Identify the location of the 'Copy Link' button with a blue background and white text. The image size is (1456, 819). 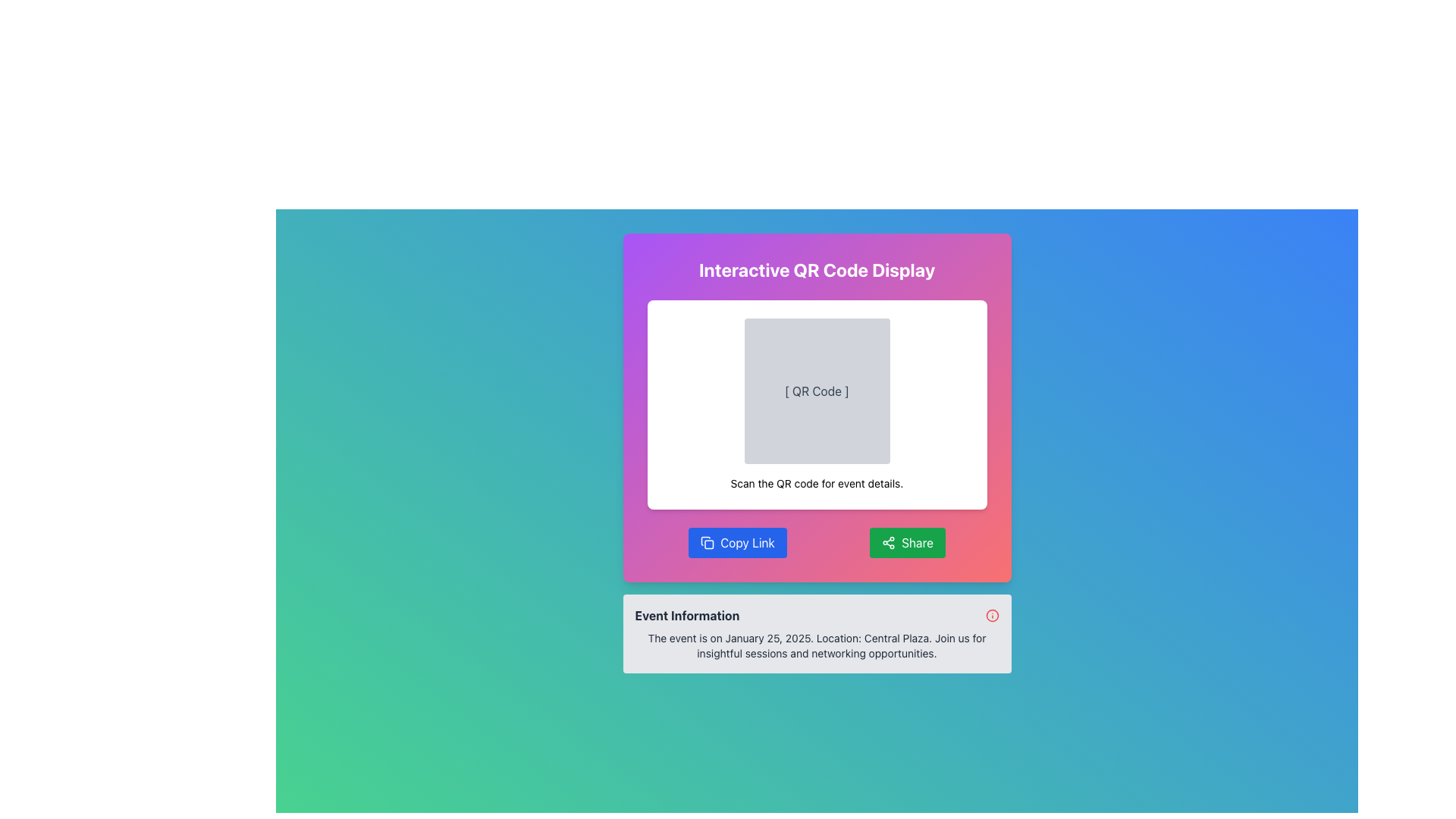
(738, 542).